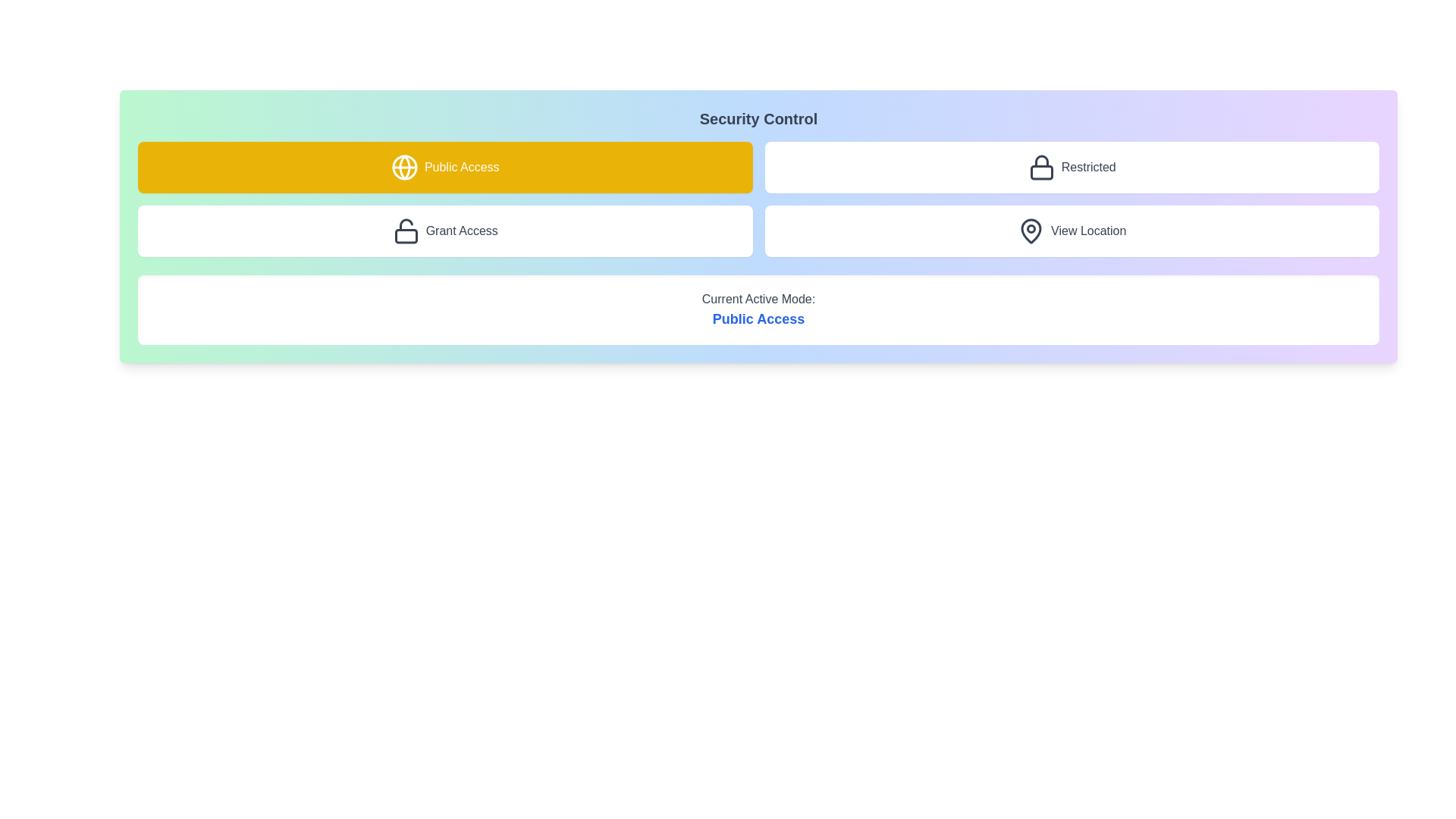 The image size is (1456, 819). I want to click on the mode Grant Access by clicking on the corresponding button, so click(444, 231).